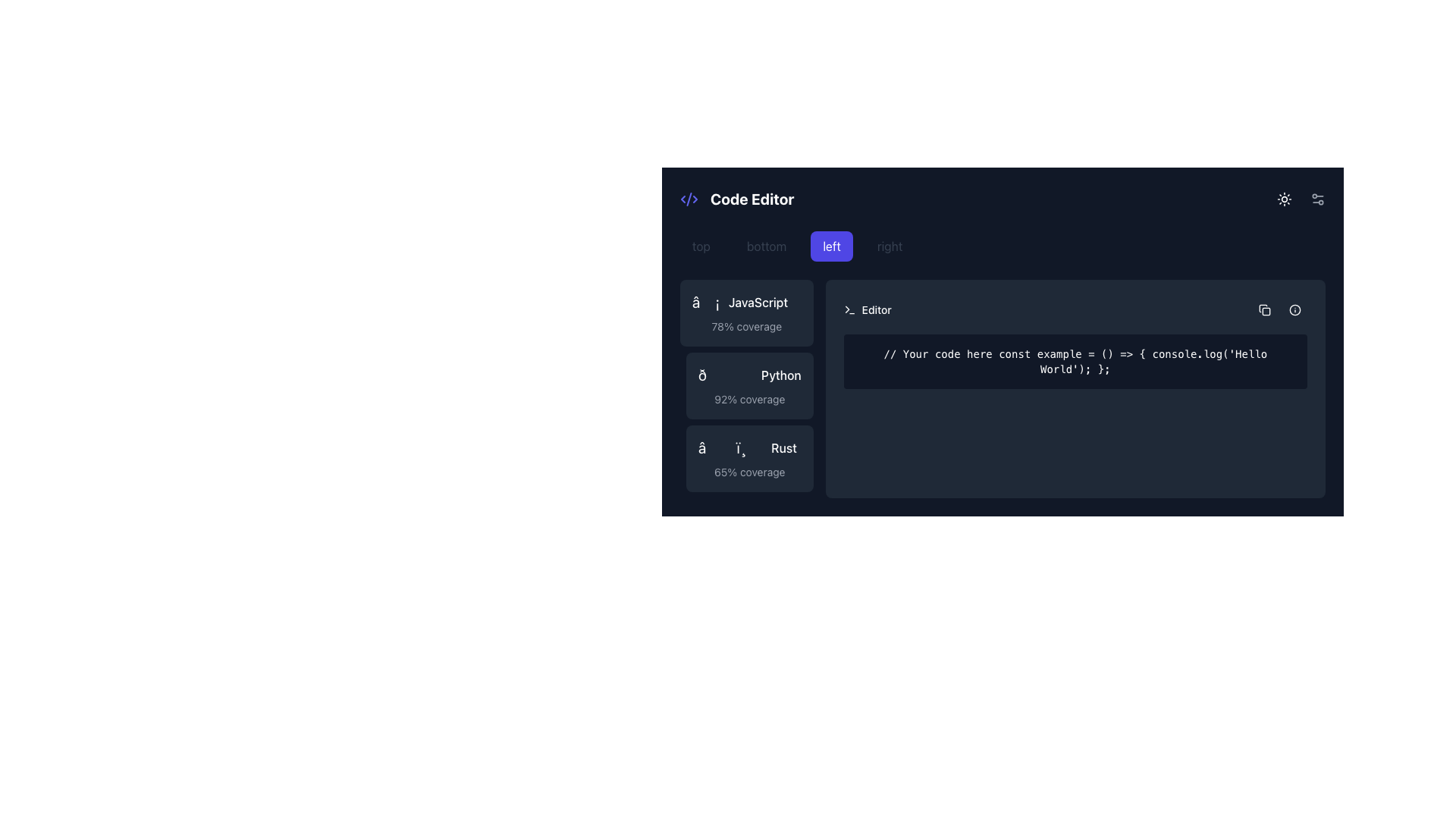 The height and width of the screenshot is (819, 1456). What do you see at coordinates (849, 309) in the screenshot?
I see `the small SVG terminal icon located in the toolbar, immediately to the left of the 'Editor' text` at bounding box center [849, 309].